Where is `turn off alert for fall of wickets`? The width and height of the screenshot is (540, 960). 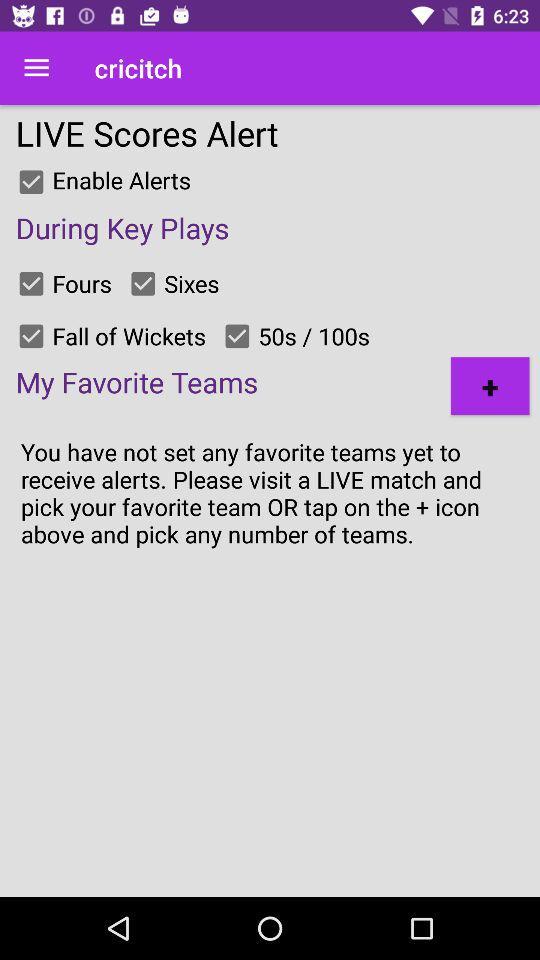
turn off alert for fall of wickets is located at coordinates (30, 336).